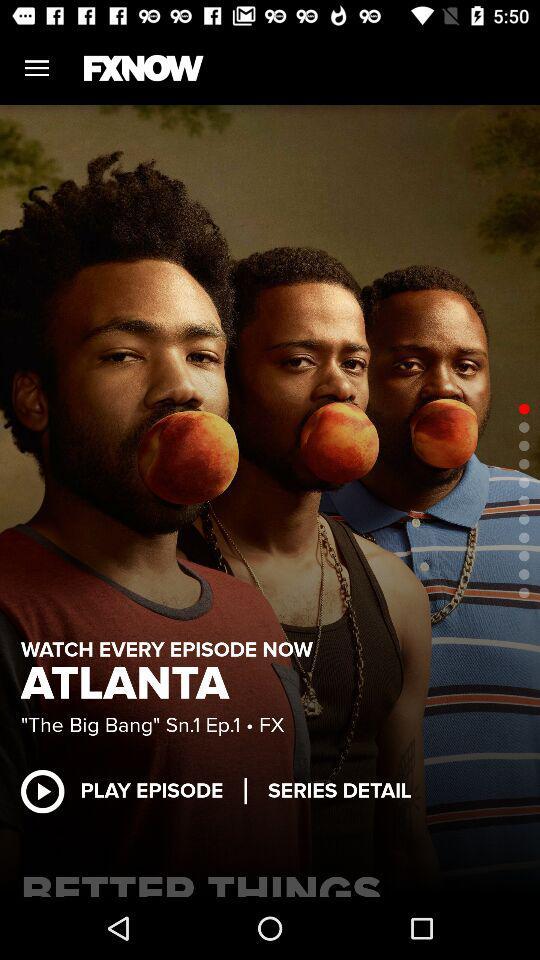 The width and height of the screenshot is (540, 960). What do you see at coordinates (132, 791) in the screenshot?
I see `the play episode` at bounding box center [132, 791].